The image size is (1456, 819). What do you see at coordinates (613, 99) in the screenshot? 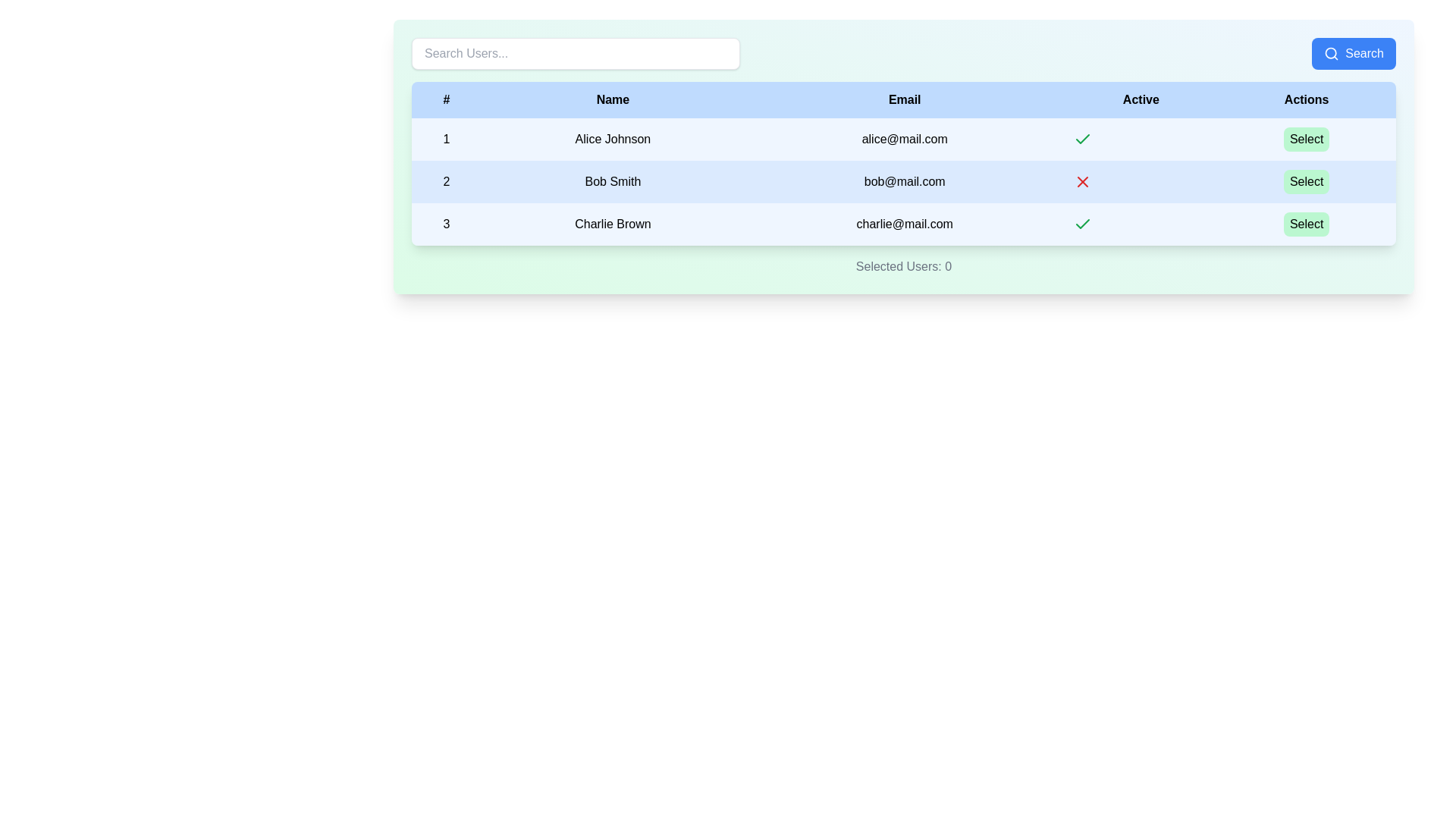
I see `the text label displaying 'Name' in bold black font, which is positioned on a light blue background in the header row of the table interface` at bounding box center [613, 99].